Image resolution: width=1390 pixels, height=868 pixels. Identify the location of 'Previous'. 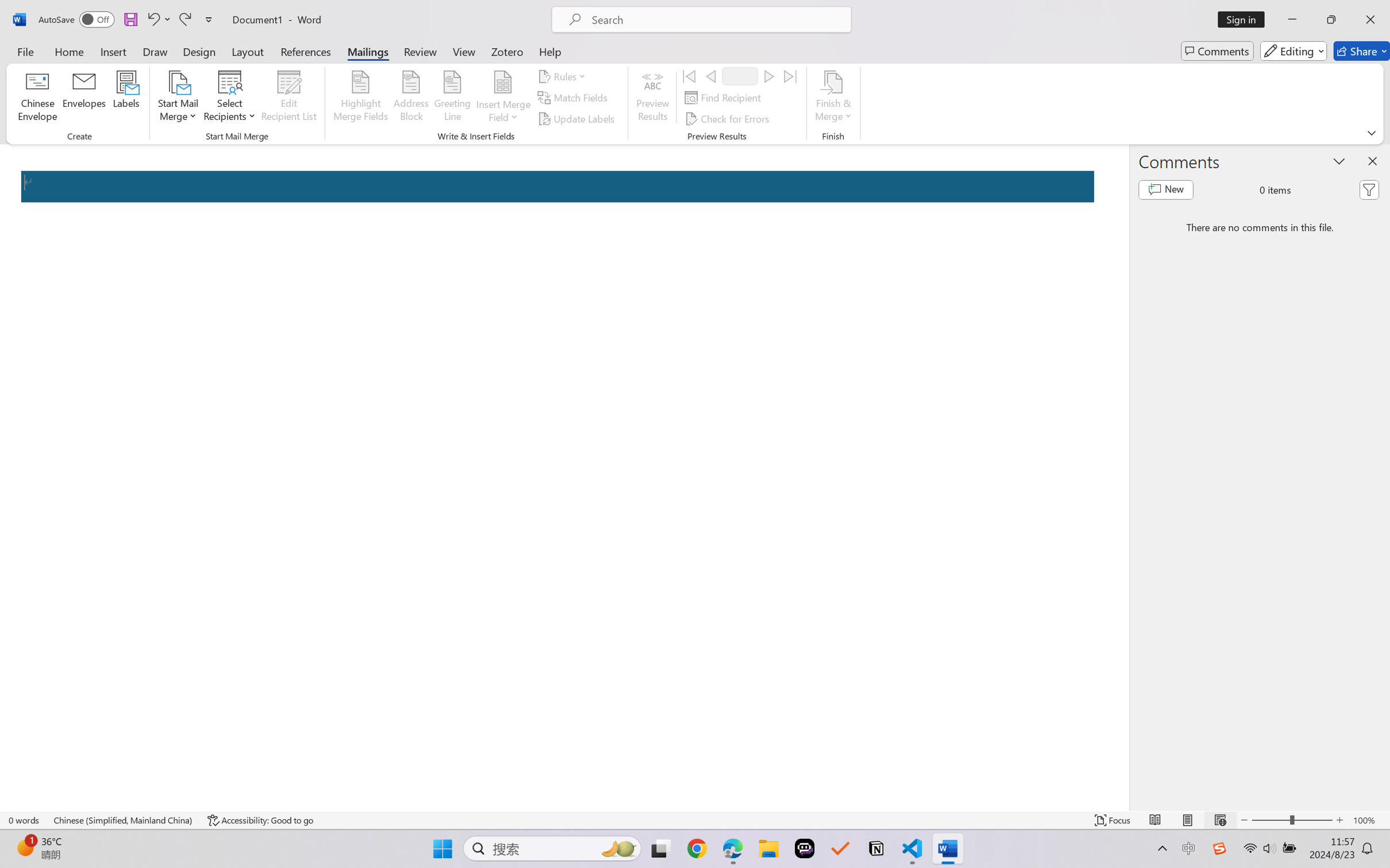
(710, 75).